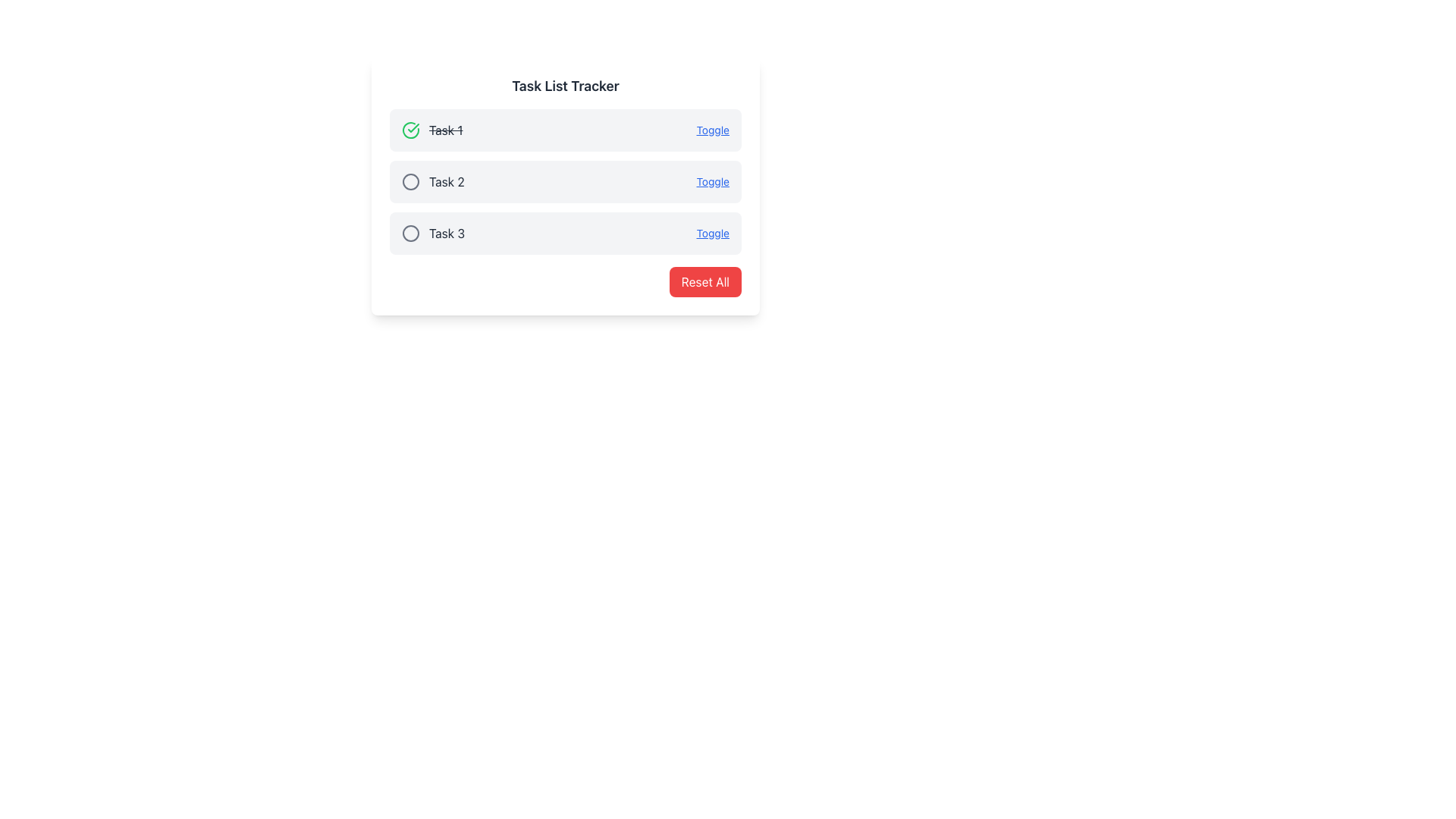 The height and width of the screenshot is (819, 1456). What do you see at coordinates (446, 180) in the screenshot?
I see `the text label that displays 'Task 2', which is styled in dark gray and located in the second row of a vertical list of tasks, positioned between a circular icon on the left and a 'Toggle' button on the right` at bounding box center [446, 180].